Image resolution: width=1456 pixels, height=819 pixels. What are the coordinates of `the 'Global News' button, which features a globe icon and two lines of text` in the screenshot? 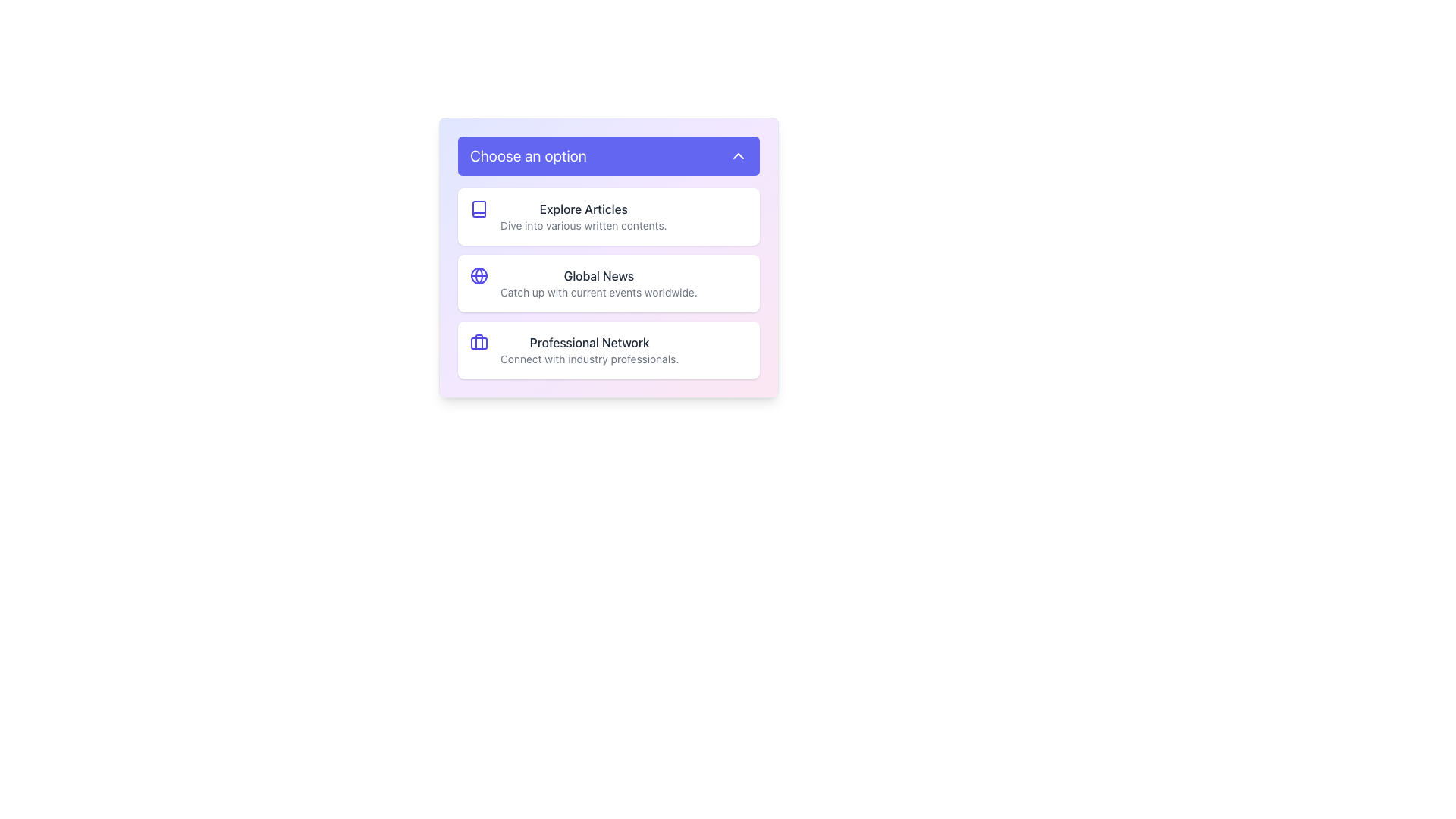 It's located at (608, 284).